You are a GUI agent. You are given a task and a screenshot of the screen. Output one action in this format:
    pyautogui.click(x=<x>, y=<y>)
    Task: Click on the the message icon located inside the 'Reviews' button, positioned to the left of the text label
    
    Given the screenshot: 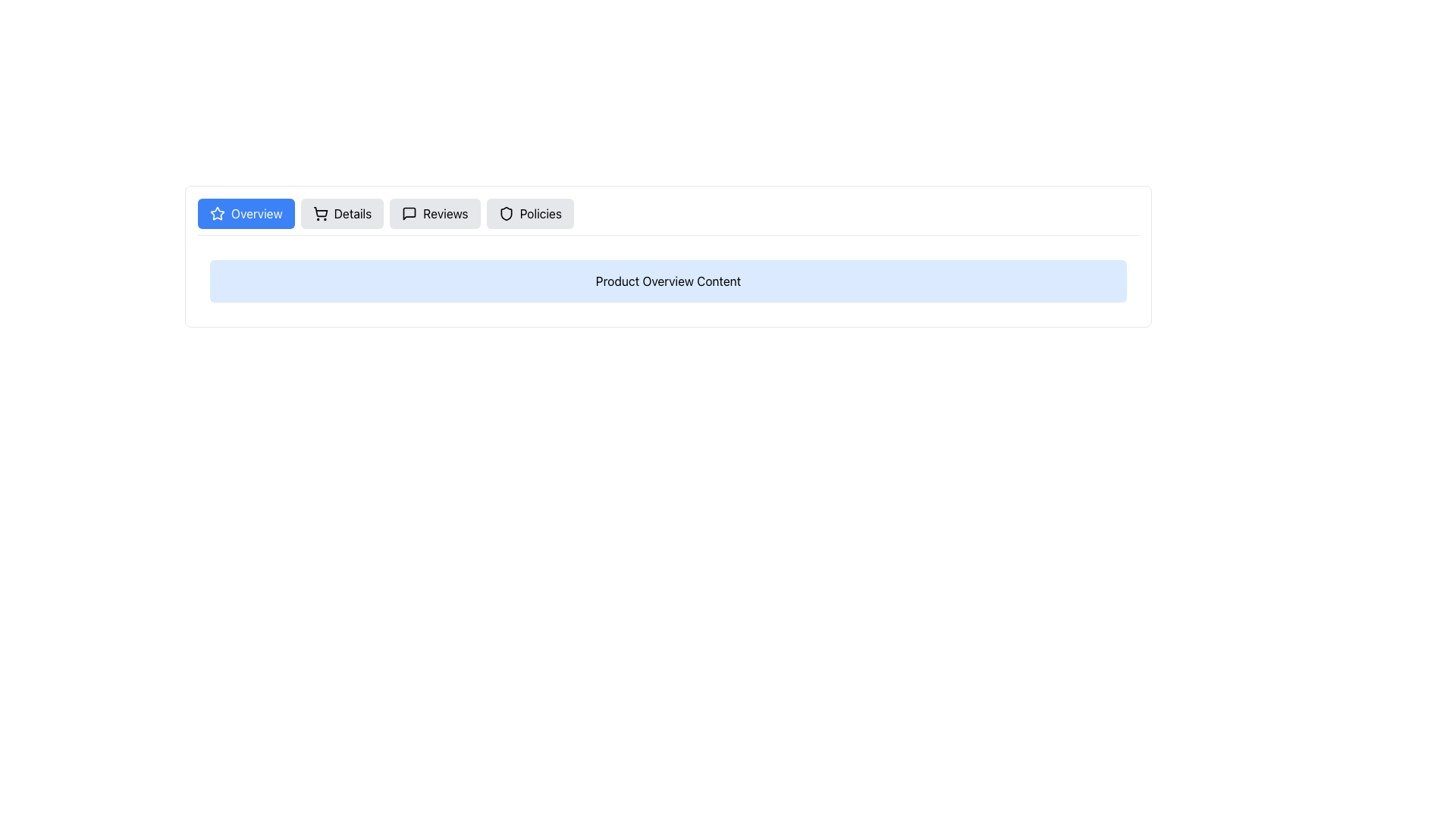 What is the action you would take?
    pyautogui.click(x=409, y=213)
    